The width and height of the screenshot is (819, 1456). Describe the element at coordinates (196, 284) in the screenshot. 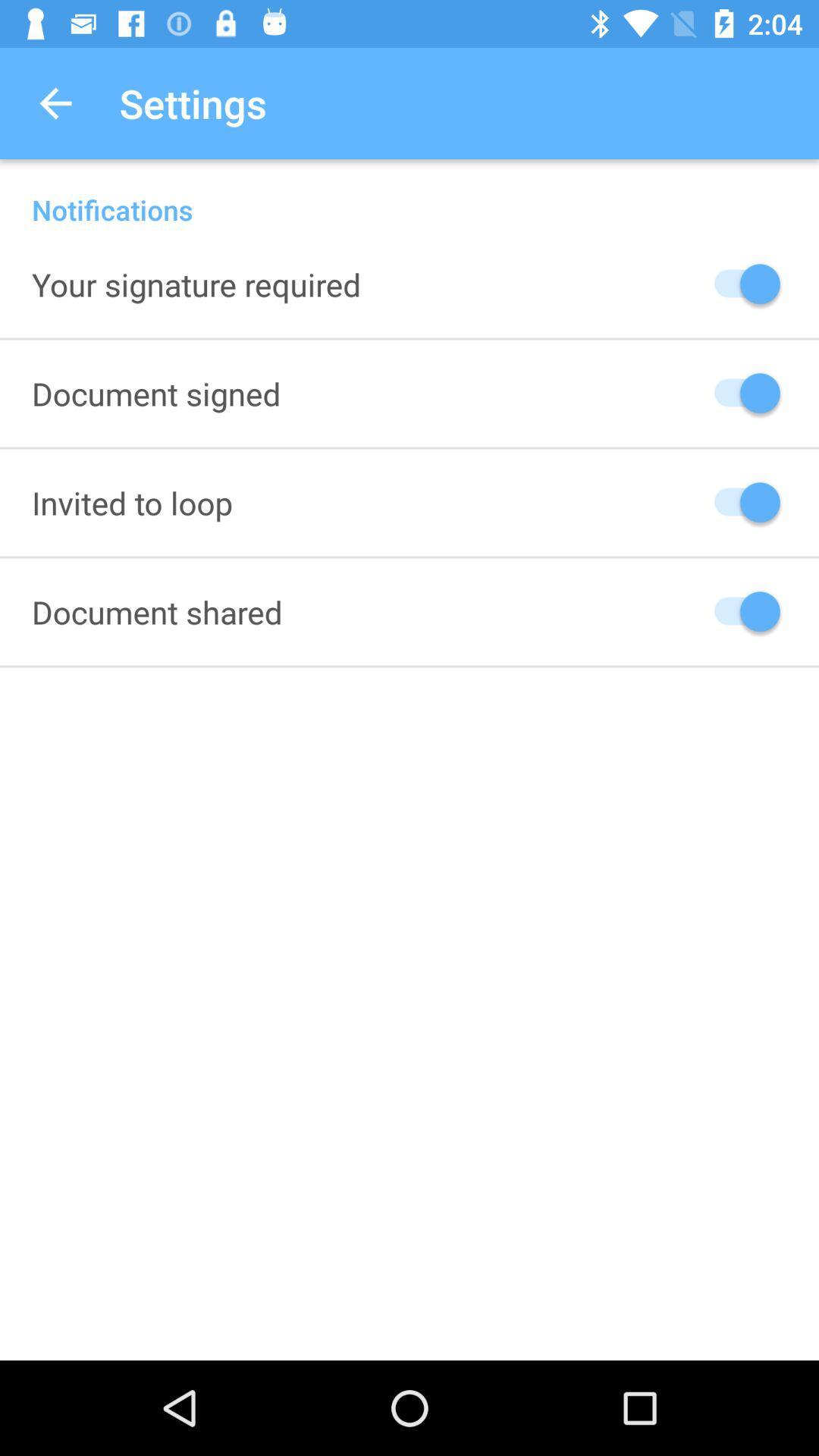

I see `your signature required icon` at that location.